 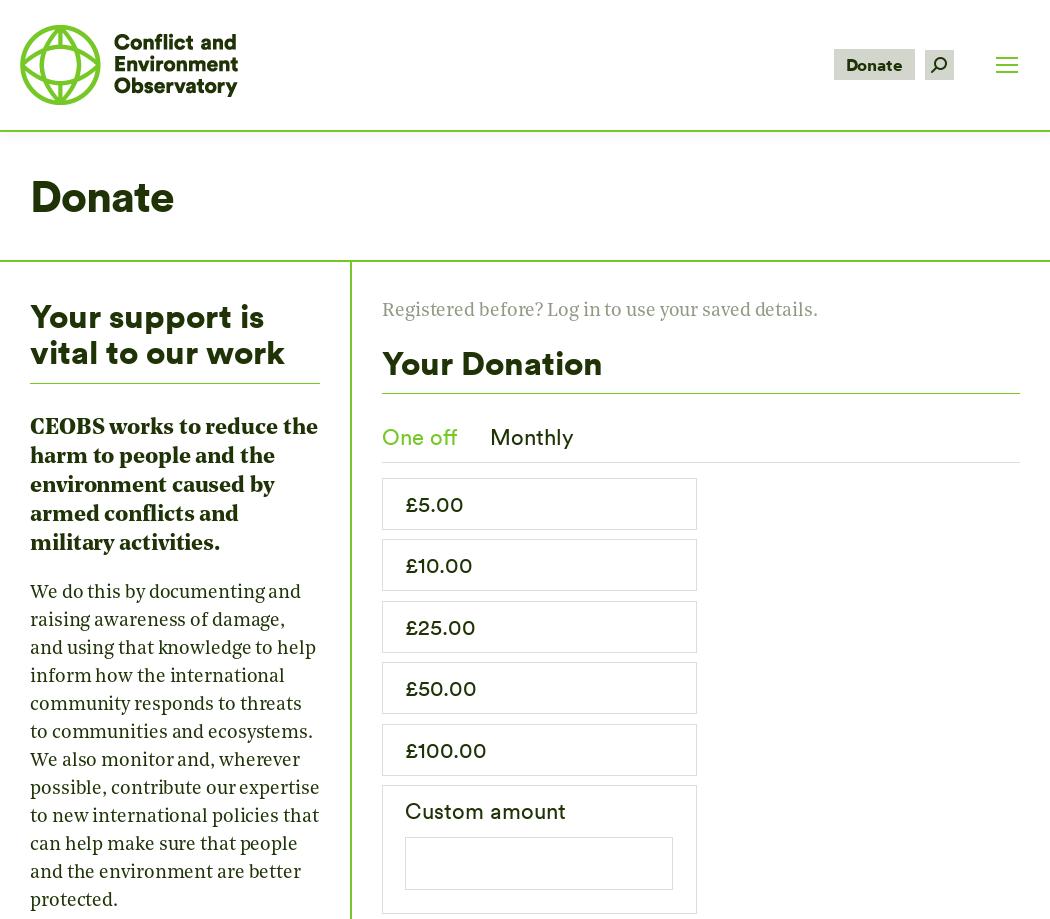 I want to click on '£50.00', so click(x=440, y=686).